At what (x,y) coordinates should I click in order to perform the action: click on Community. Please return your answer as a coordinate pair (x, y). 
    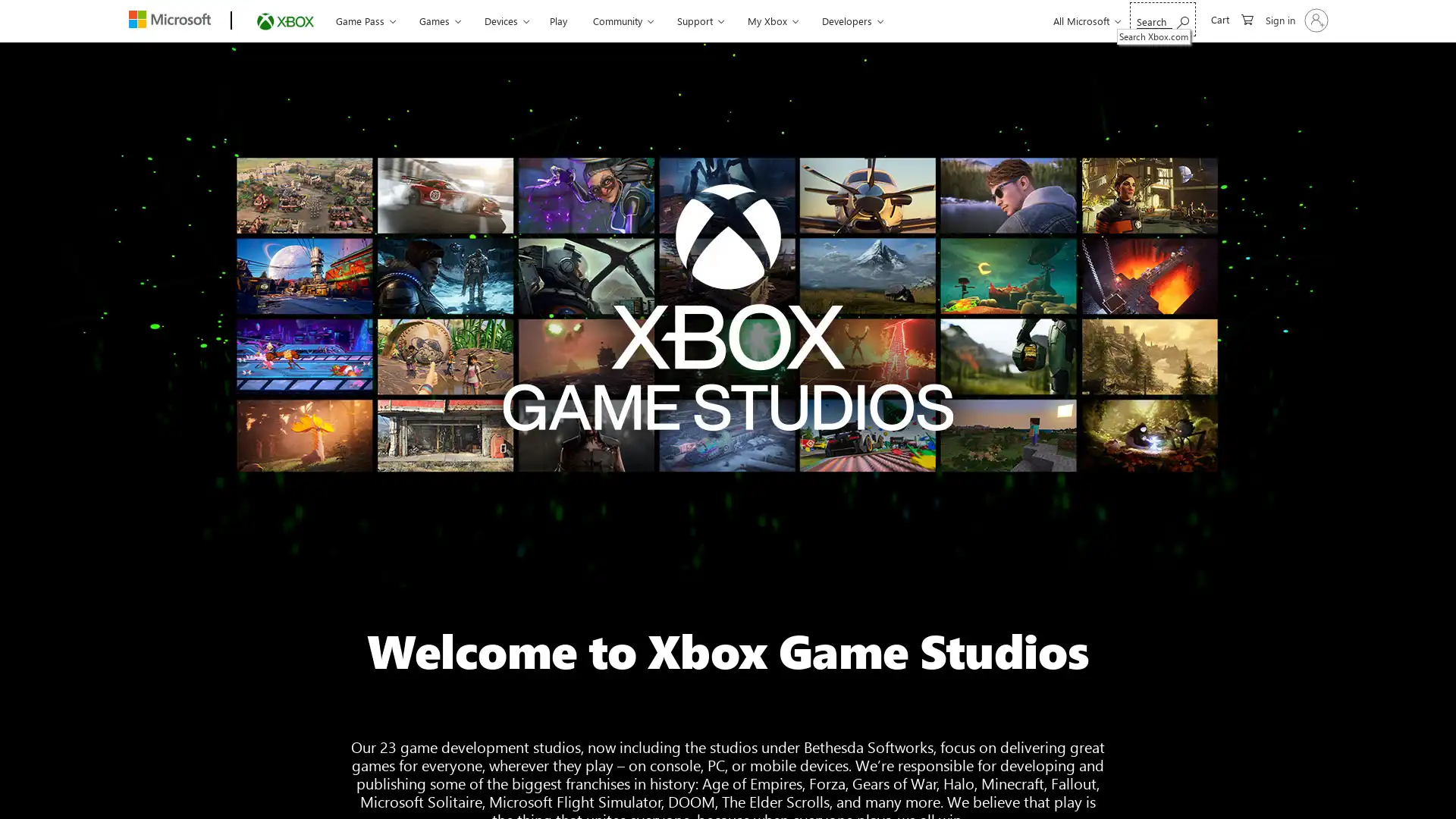
    Looking at the image, I should click on (610, 20).